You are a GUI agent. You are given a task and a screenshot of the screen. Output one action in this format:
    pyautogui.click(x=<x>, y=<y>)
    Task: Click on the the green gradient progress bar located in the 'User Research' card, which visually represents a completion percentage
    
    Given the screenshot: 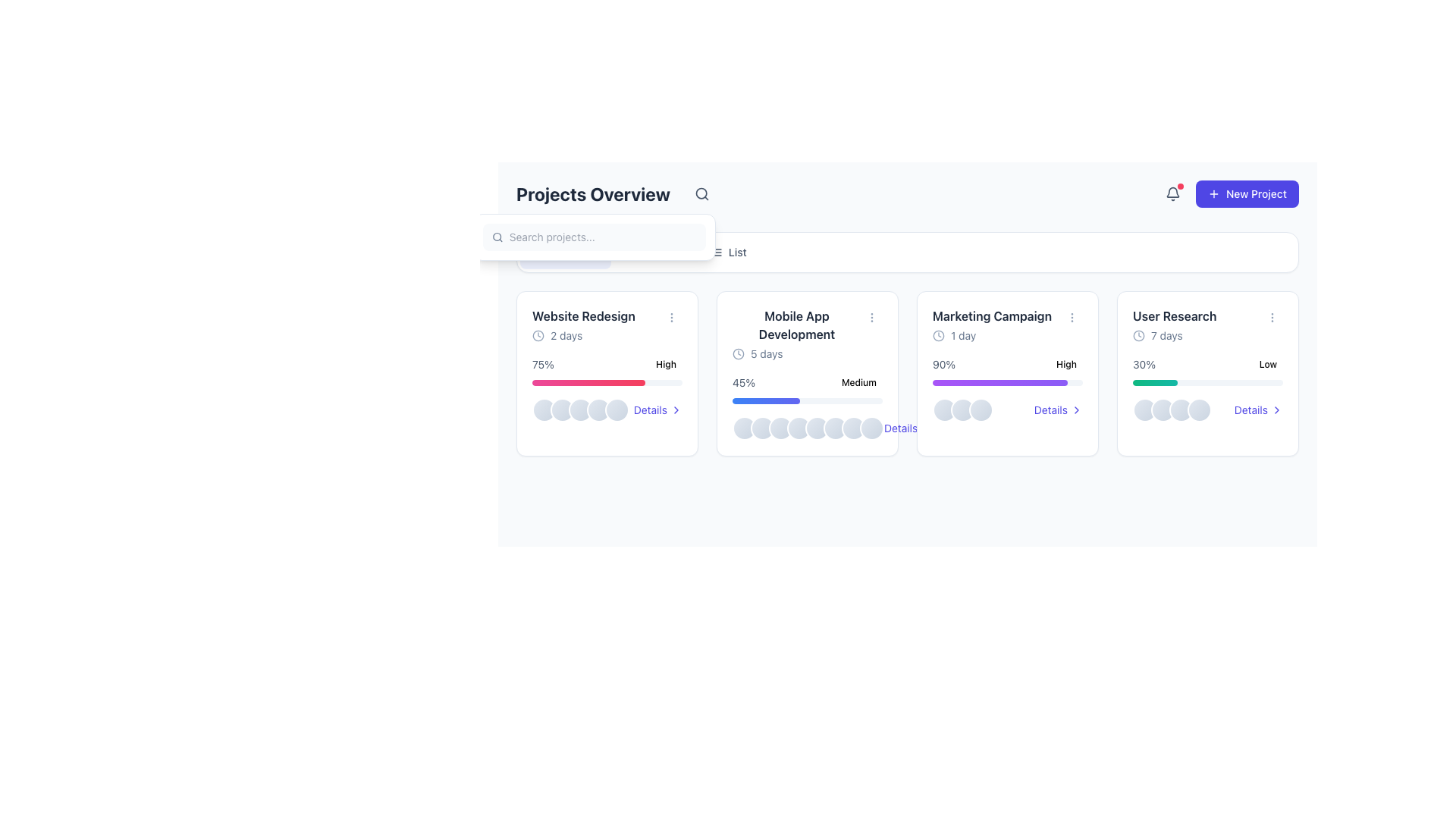 What is the action you would take?
    pyautogui.click(x=1154, y=382)
    